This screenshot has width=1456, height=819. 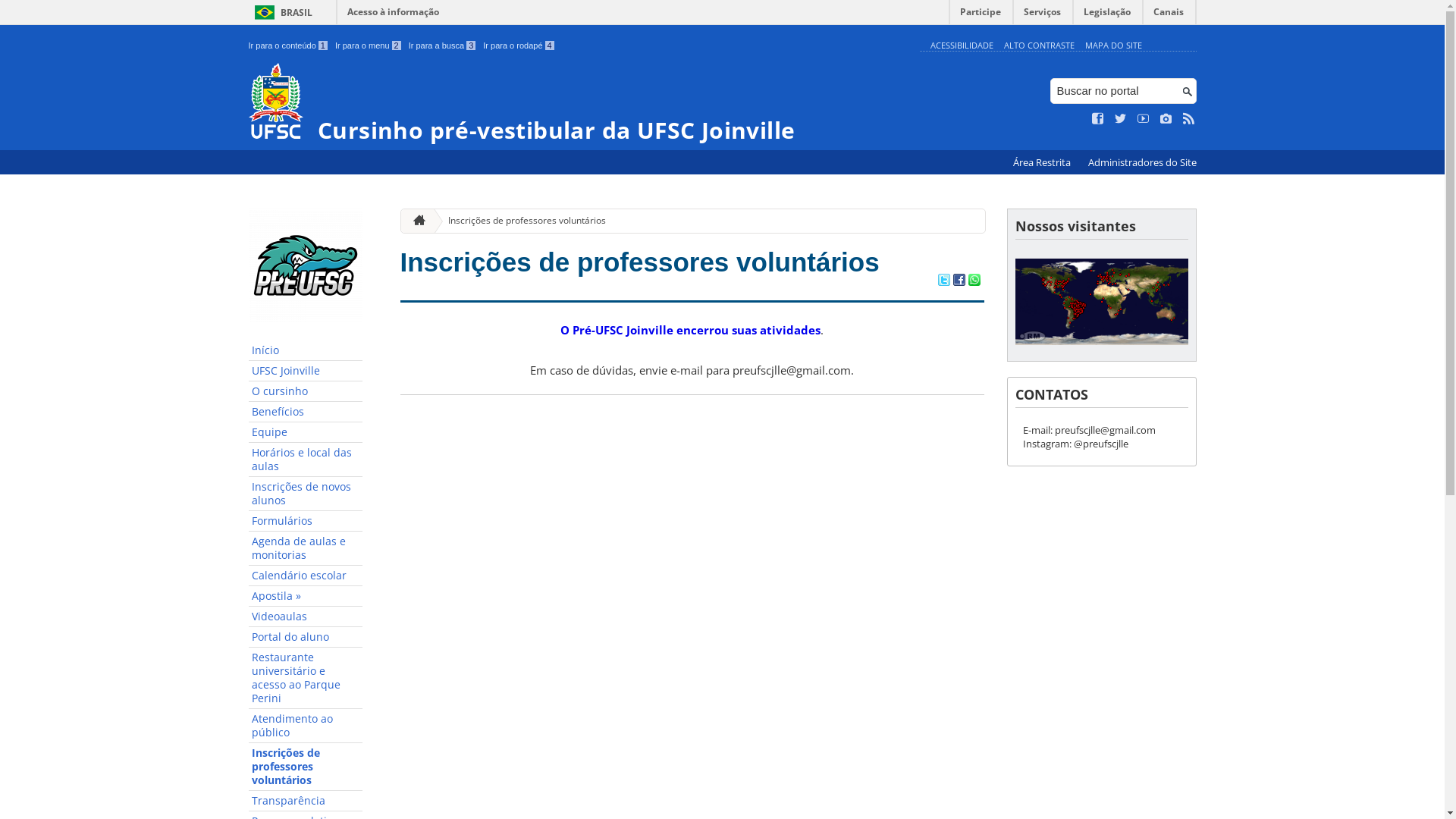 What do you see at coordinates (368, 45) in the screenshot?
I see `'Ir para o menu 2'` at bounding box center [368, 45].